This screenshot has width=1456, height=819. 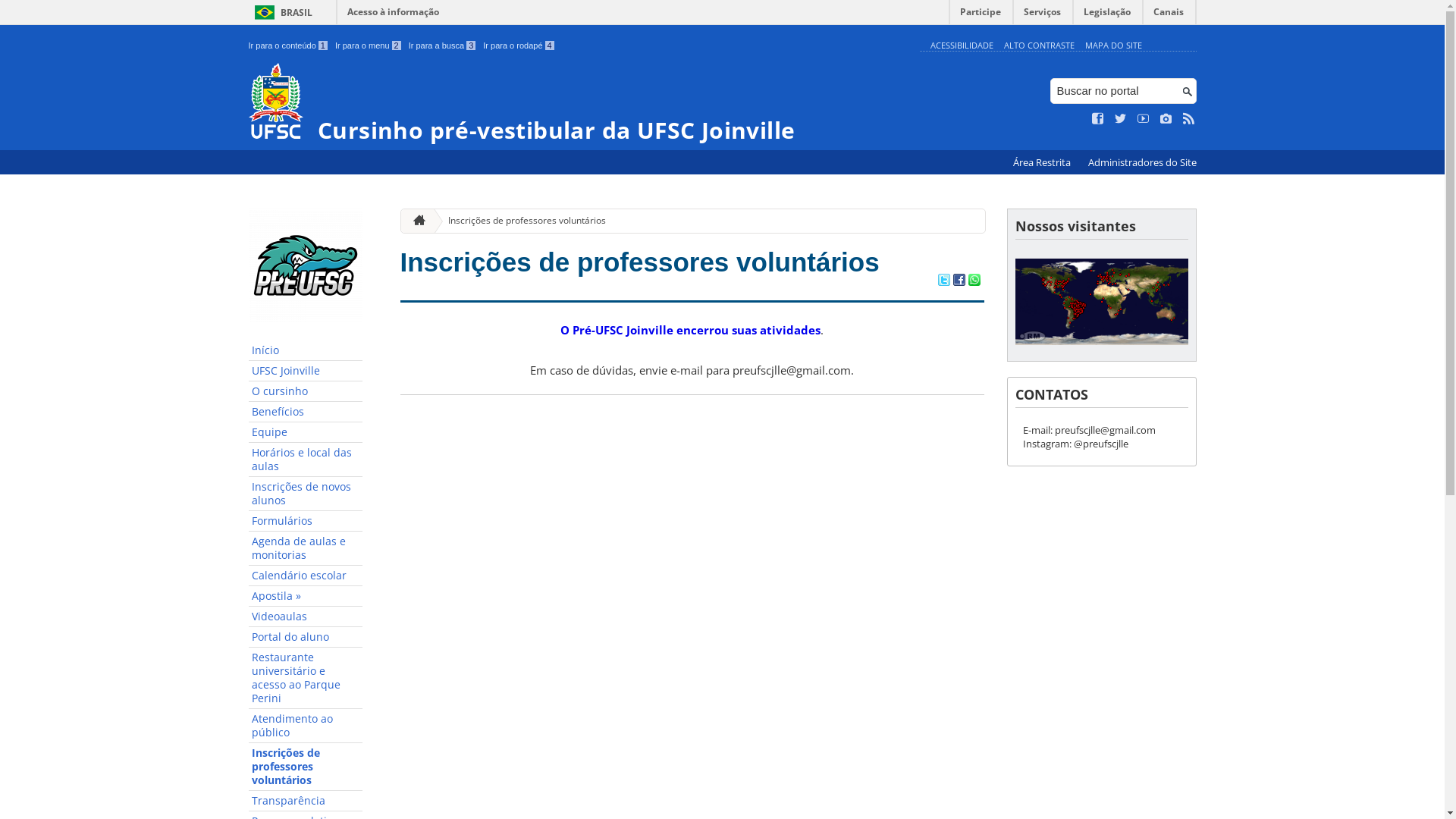 What do you see at coordinates (368, 45) in the screenshot?
I see `'Ir para o menu 2'` at bounding box center [368, 45].